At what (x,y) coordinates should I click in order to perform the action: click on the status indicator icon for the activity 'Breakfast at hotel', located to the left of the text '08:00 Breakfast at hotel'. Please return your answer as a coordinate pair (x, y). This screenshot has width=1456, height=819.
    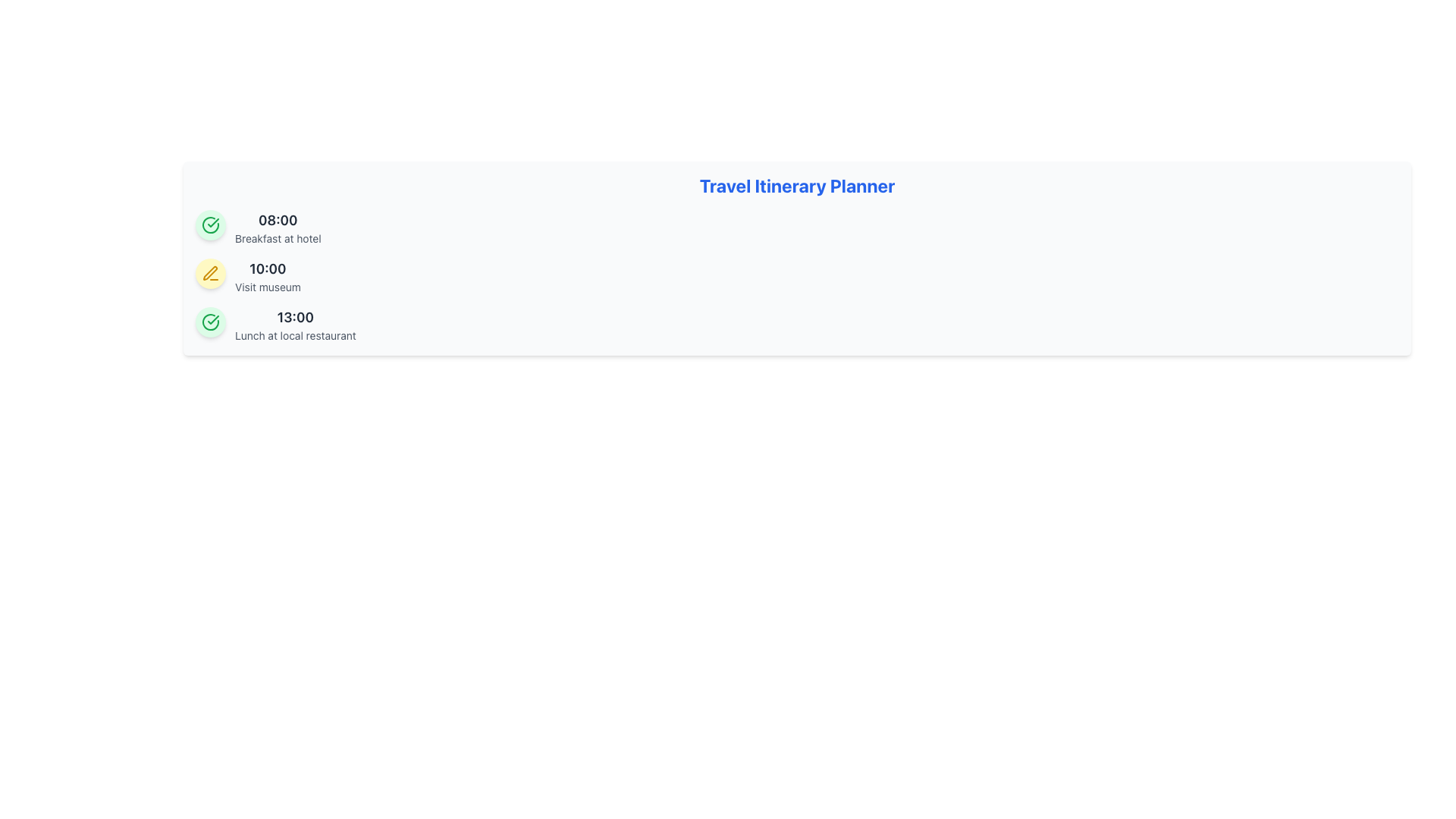
    Looking at the image, I should click on (210, 225).